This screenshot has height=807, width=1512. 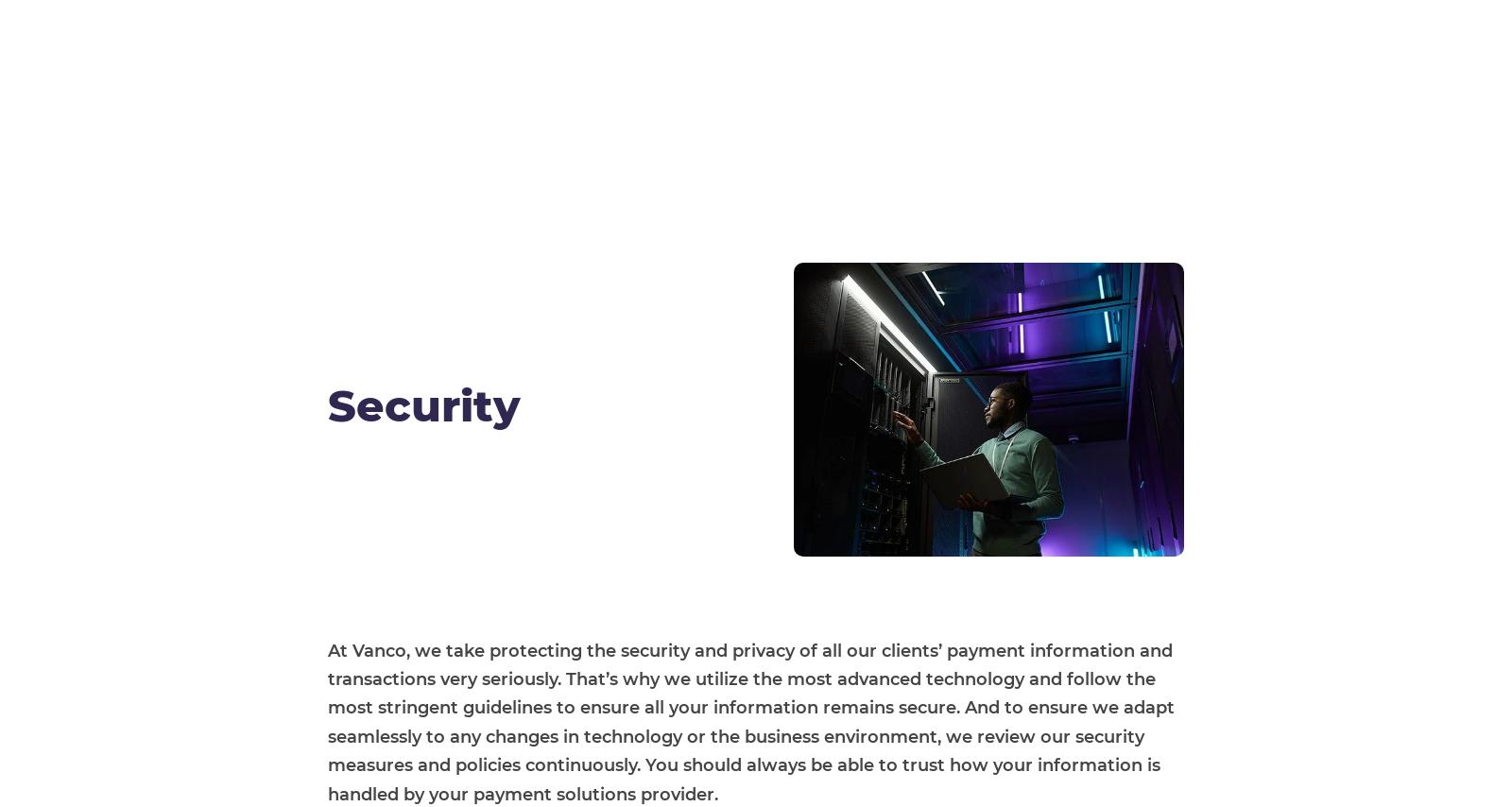 What do you see at coordinates (423, 455) in the screenshot?
I see `'Who We Serve'` at bounding box center [423, 455].